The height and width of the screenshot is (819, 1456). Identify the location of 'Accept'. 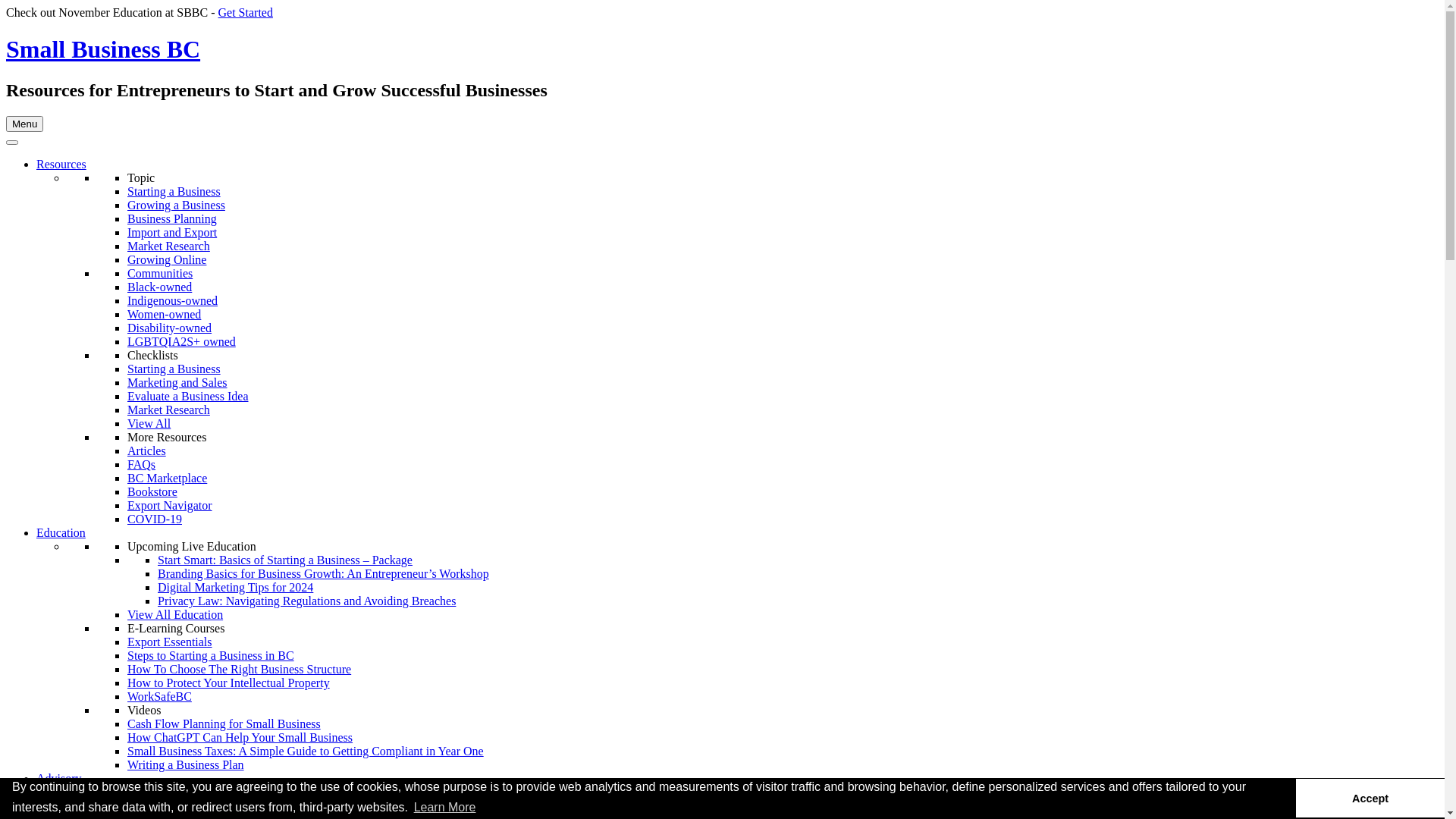
(1370, 797).